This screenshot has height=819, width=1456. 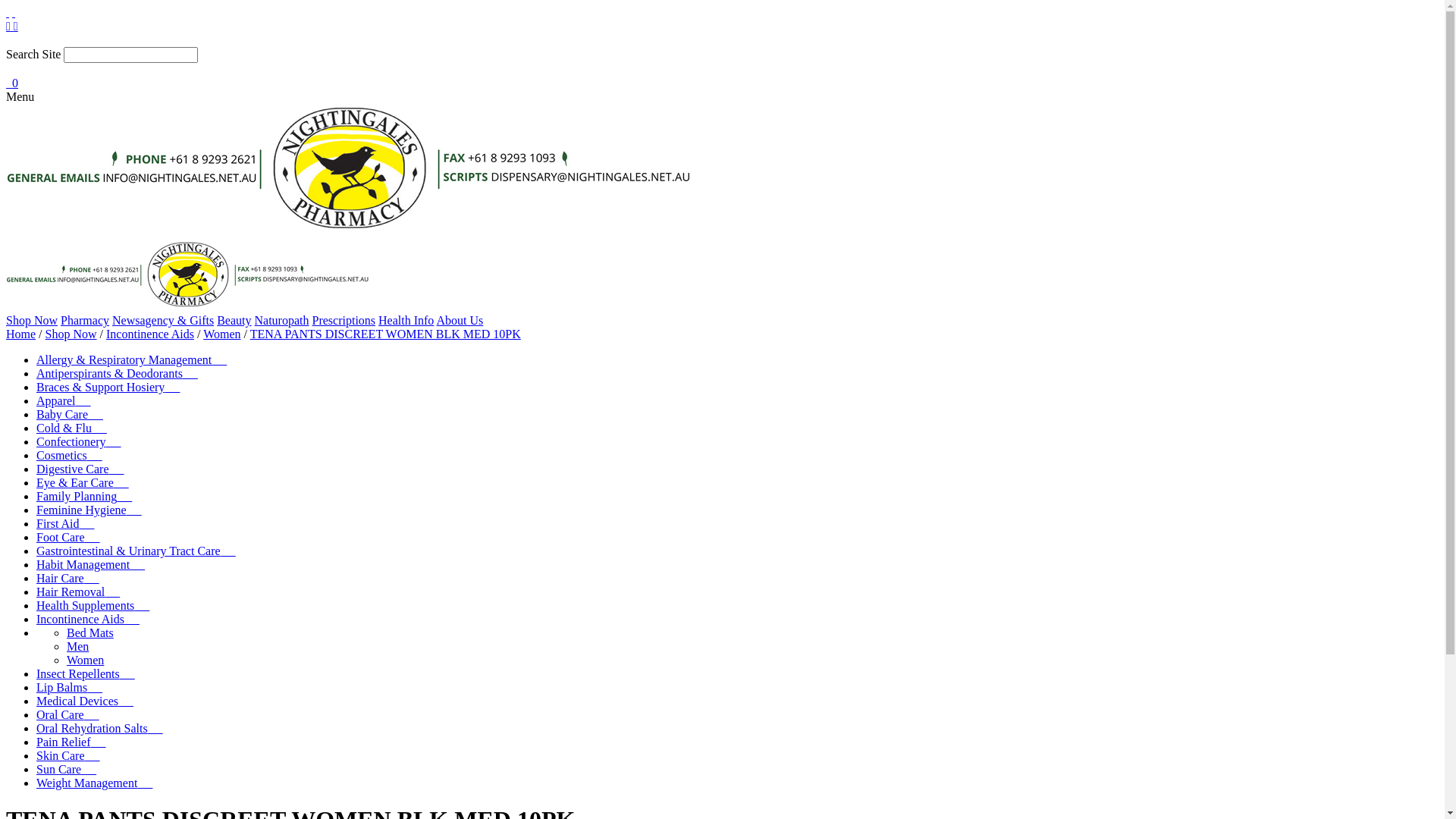 What do you see at coordinates (435, 319) in the screenshot?
I see `'About Us'` at bounding box center [435, 319].